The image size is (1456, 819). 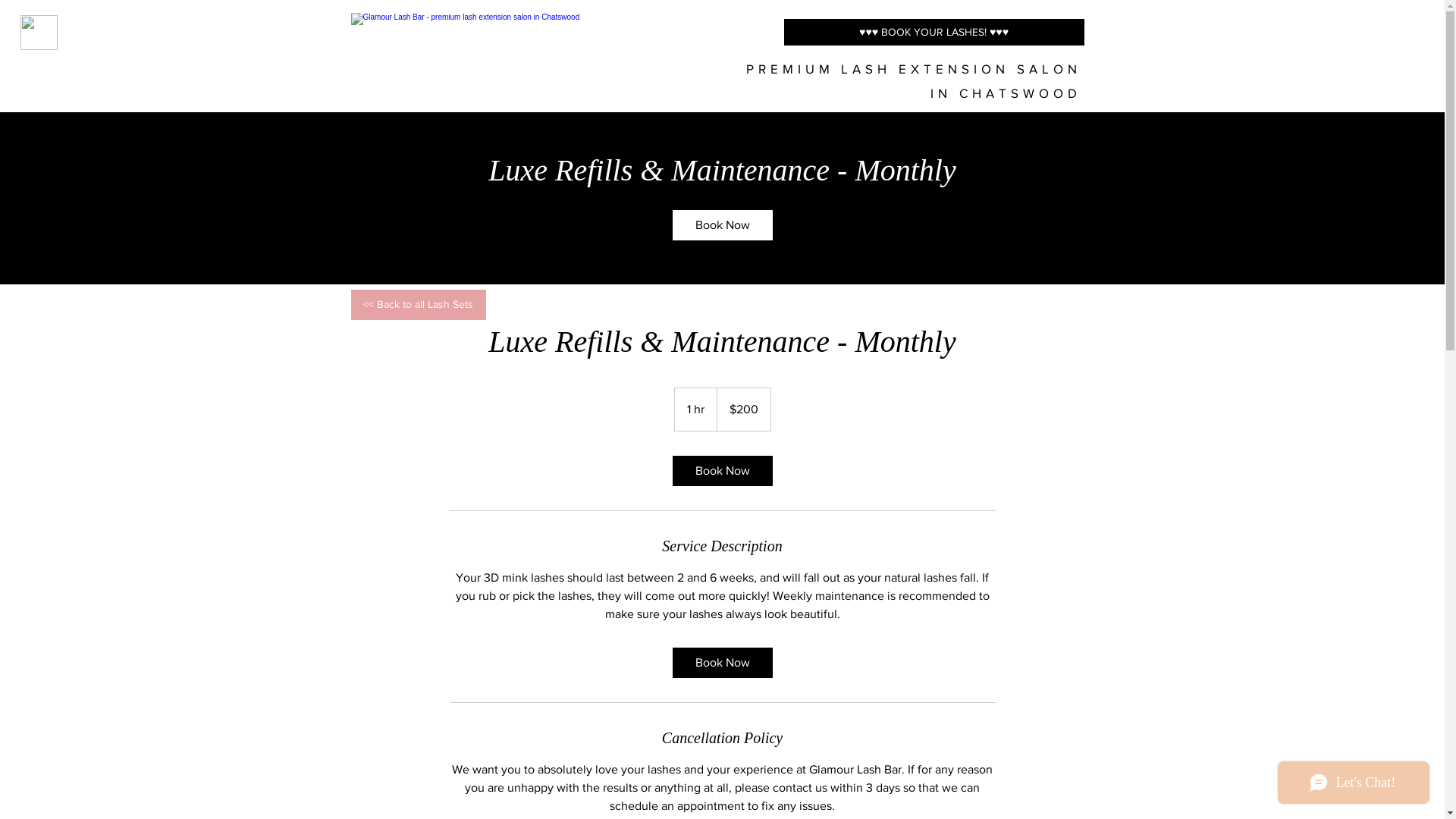 I want to click on '<< Back to all Lash Sets', so click(x=418, y=304).